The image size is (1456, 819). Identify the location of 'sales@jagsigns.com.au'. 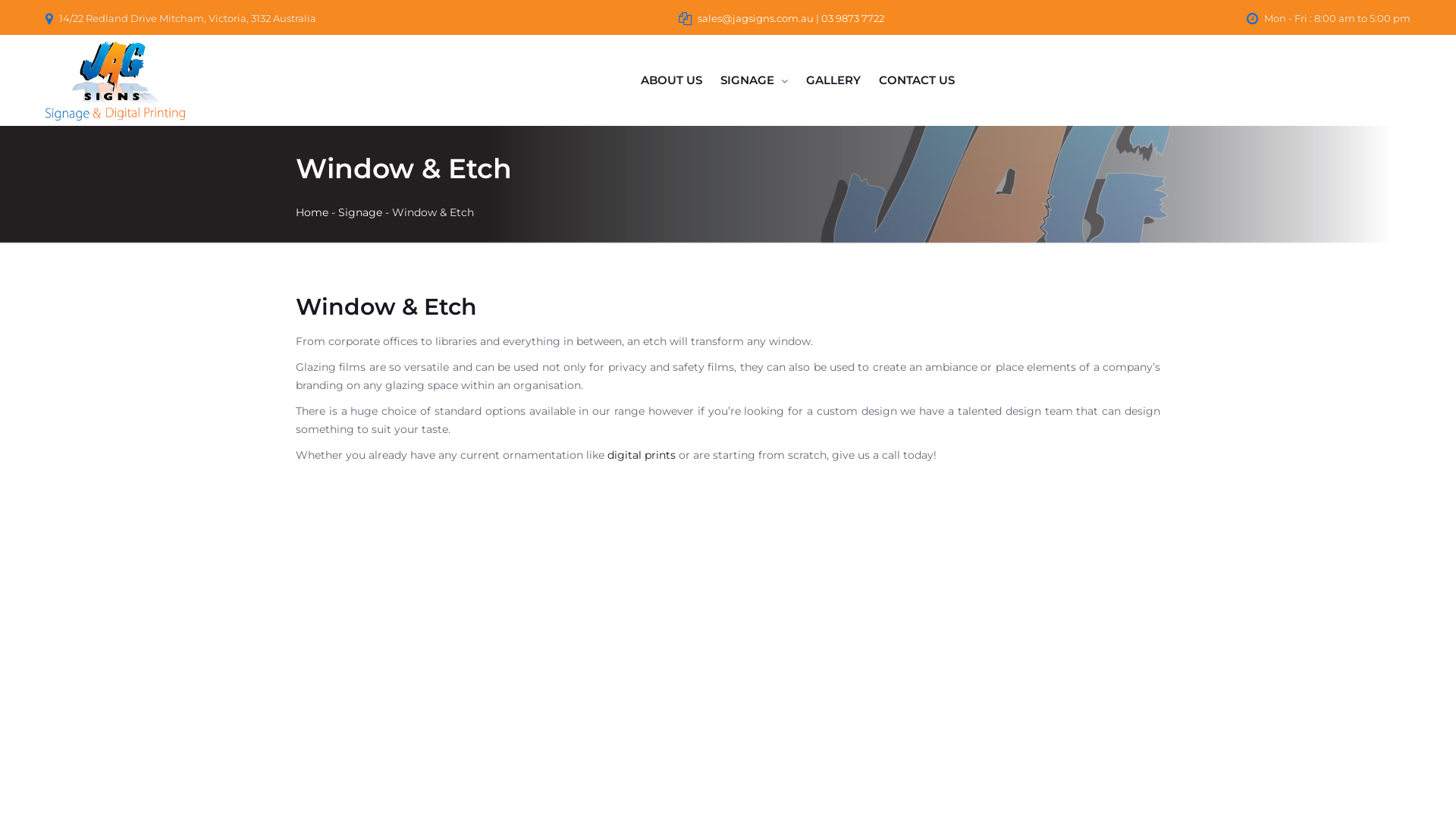
(755, 17).